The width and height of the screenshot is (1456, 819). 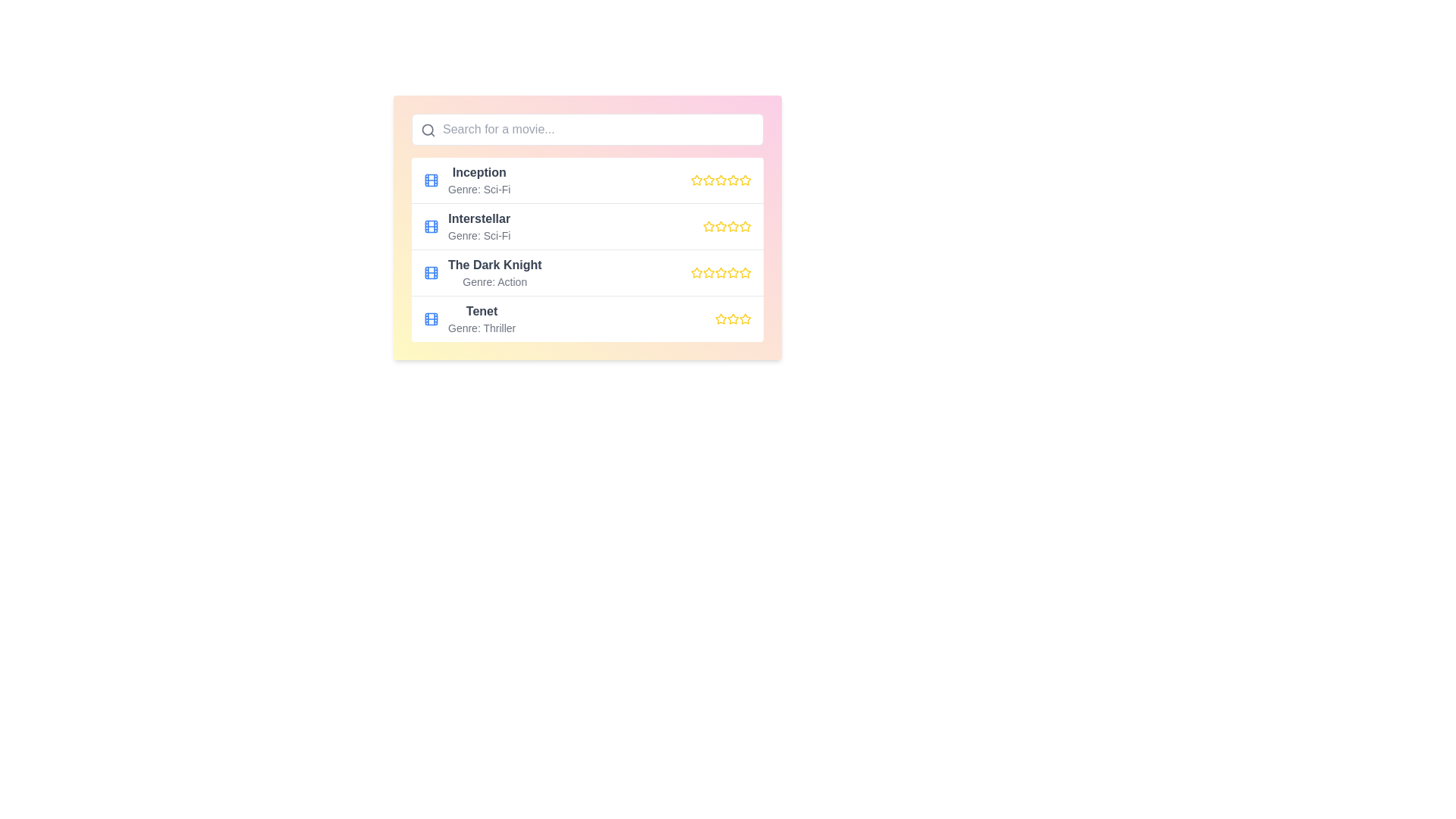 What do you see at coordinates (720, 180) in the screenshot?
I see `the fourth star icon in the rating row for the movie 'Inception' by selecting it to register a rating` at bounding box center [720, 180].